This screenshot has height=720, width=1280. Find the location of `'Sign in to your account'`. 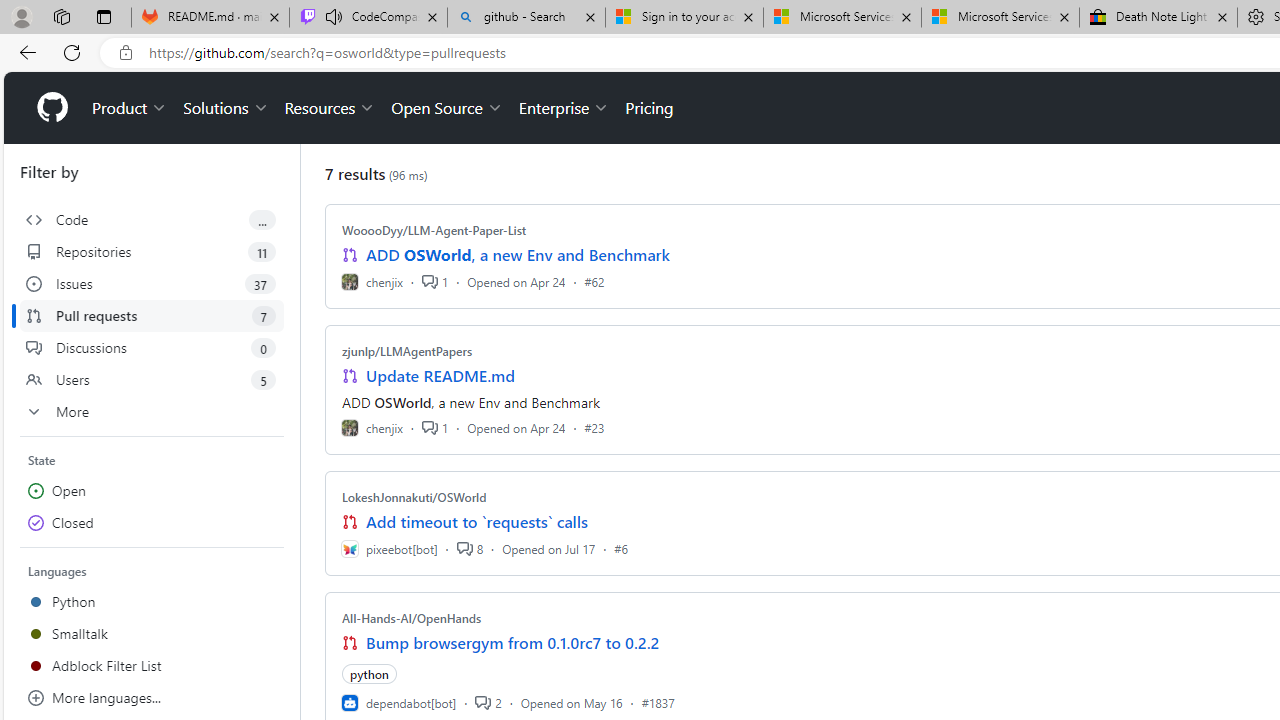

'Sign in to your account' is located at coordinates (684, 17).